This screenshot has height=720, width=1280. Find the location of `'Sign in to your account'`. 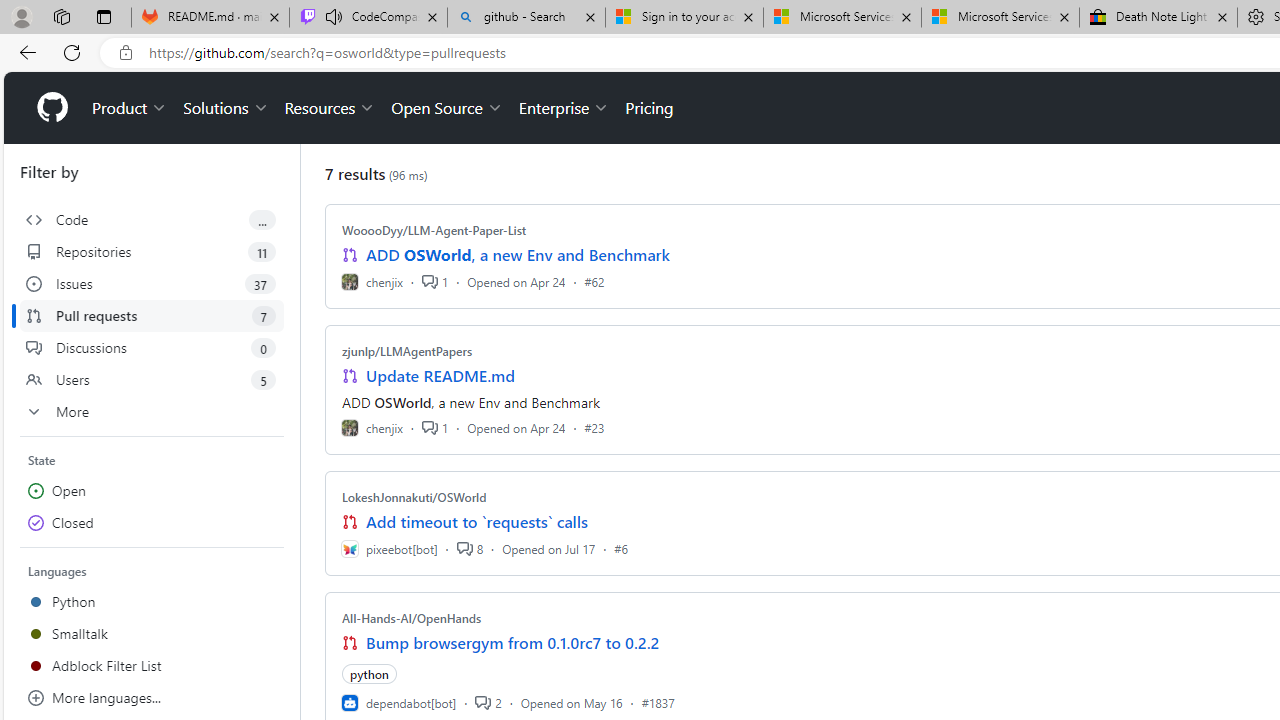

'Sign in to your account' is located at coordinates (684, 17).